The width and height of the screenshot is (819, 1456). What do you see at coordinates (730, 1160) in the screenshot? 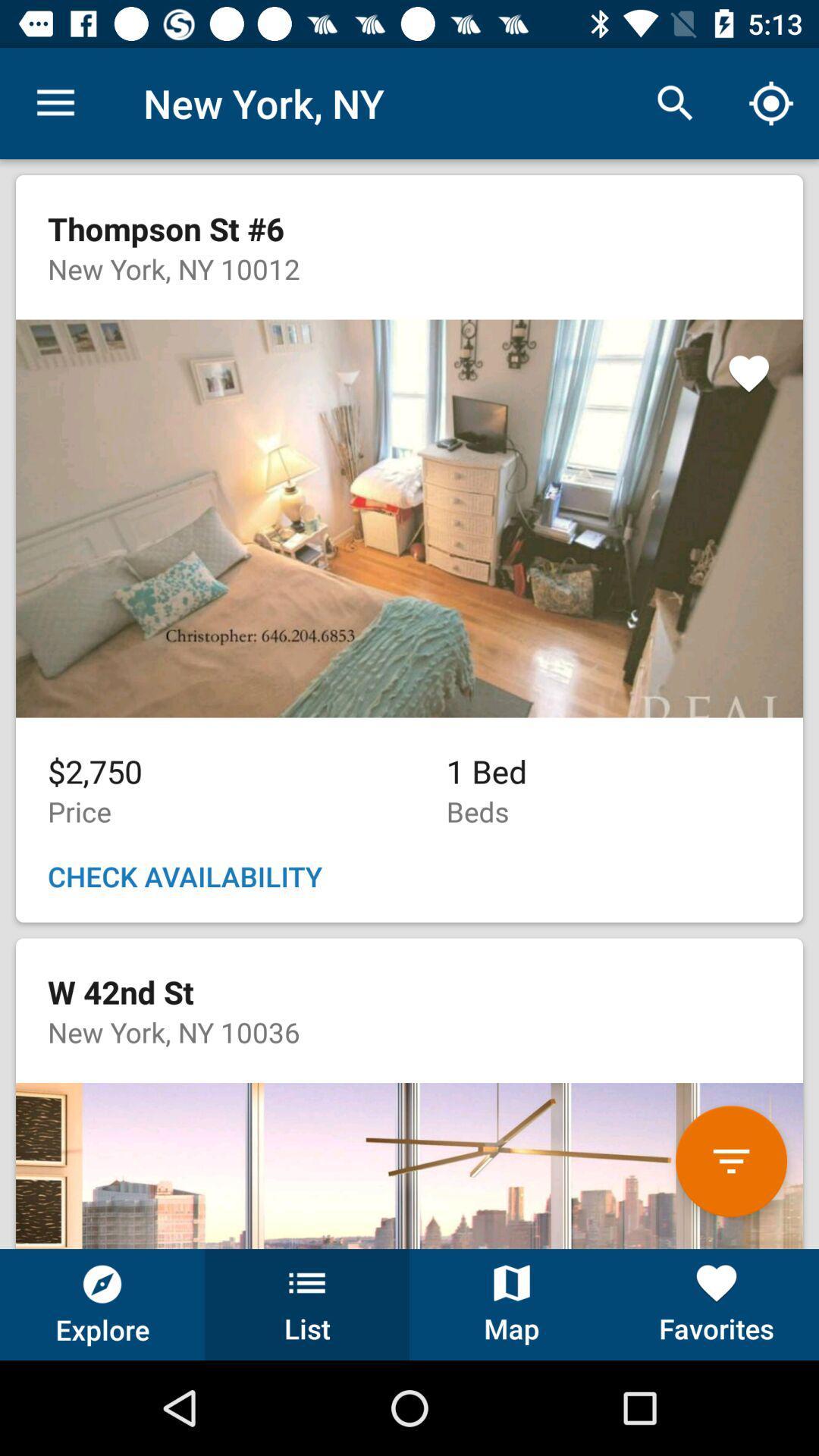
I see `the filter_list icon` at bounding box center [730, 1160].